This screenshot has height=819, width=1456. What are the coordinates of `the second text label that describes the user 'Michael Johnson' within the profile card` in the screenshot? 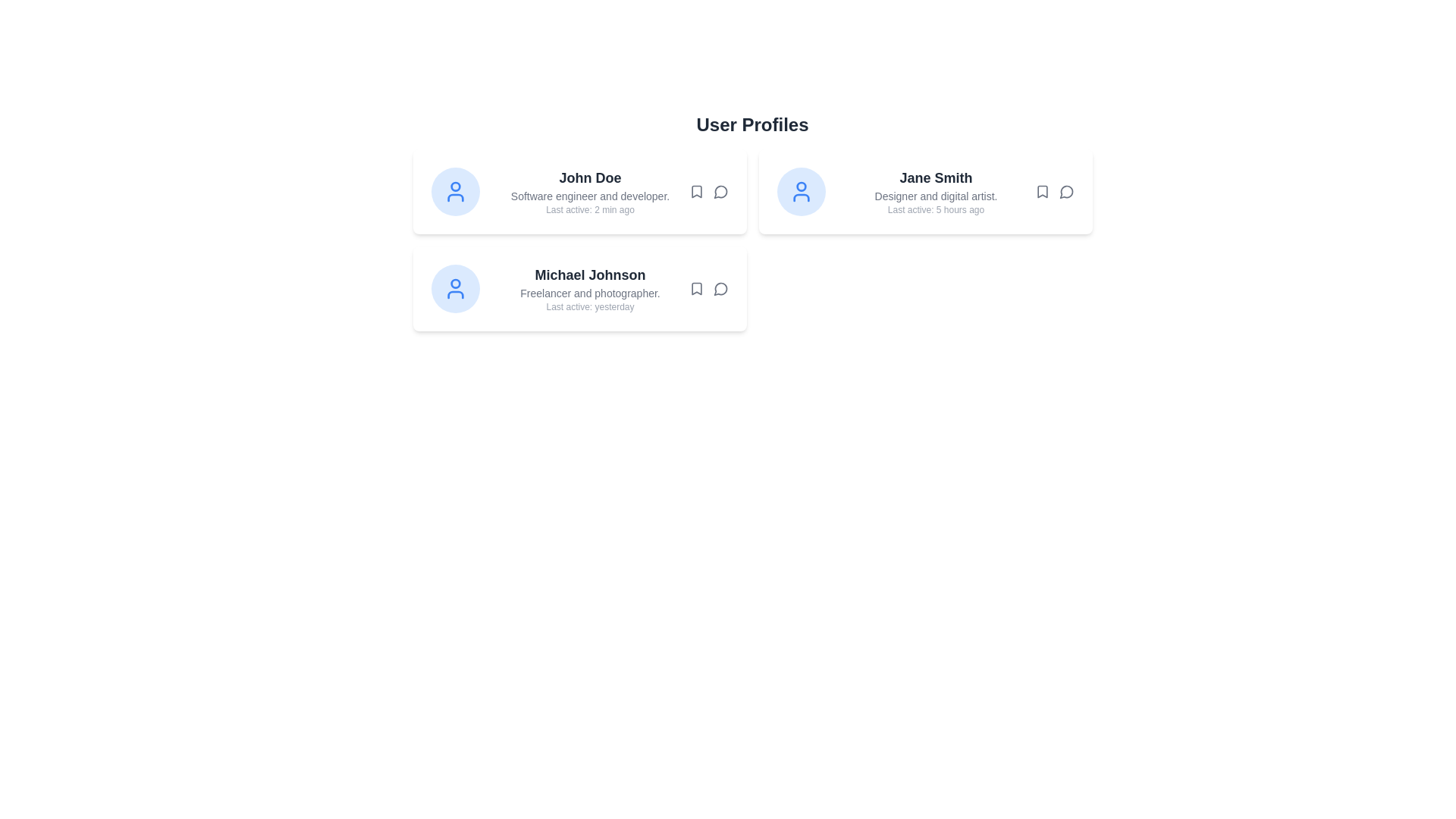 It's located at (589, 293).